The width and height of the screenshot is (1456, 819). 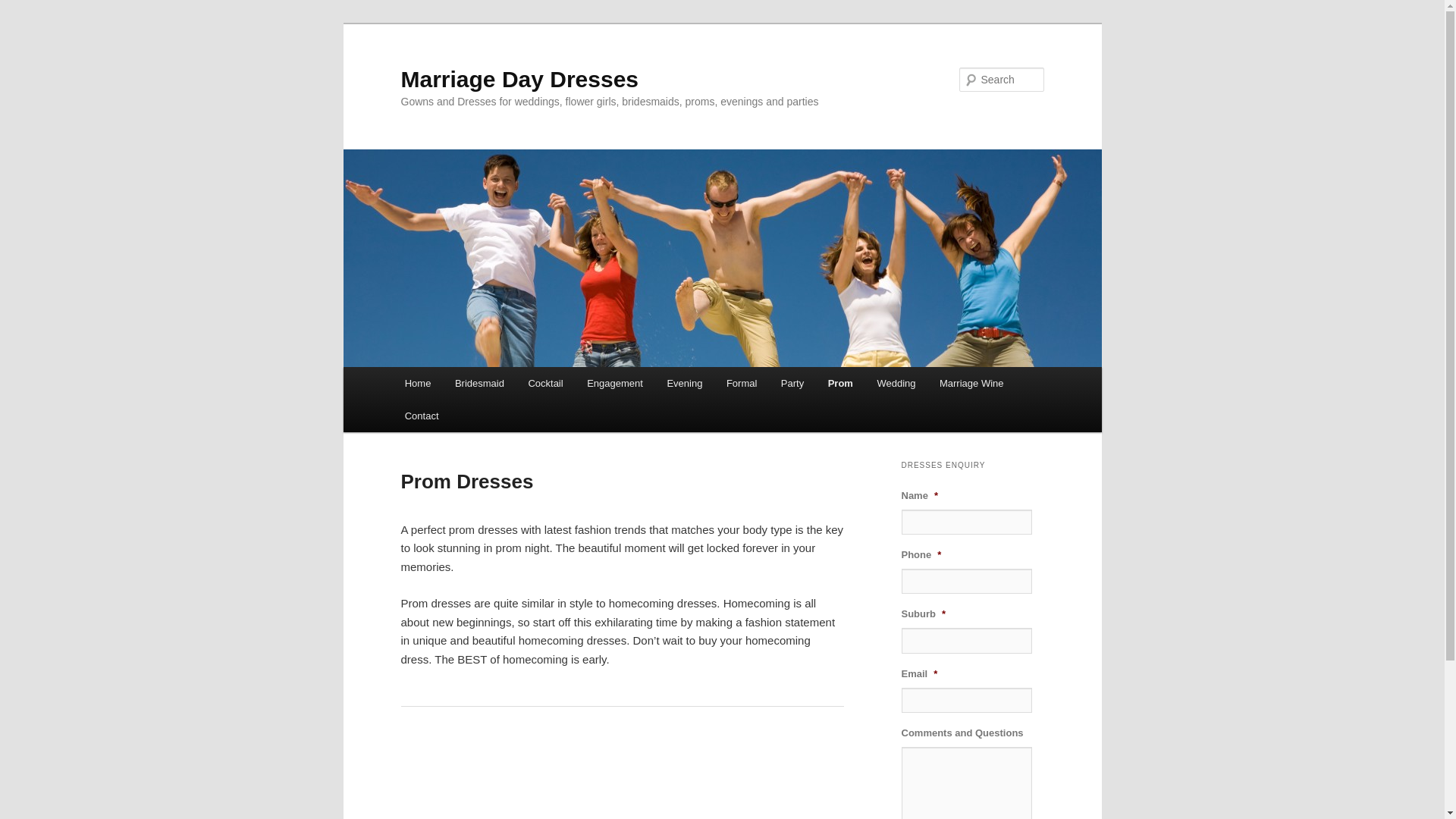 I want to click on 'Marriage Wine', so click(x=971, y=382).